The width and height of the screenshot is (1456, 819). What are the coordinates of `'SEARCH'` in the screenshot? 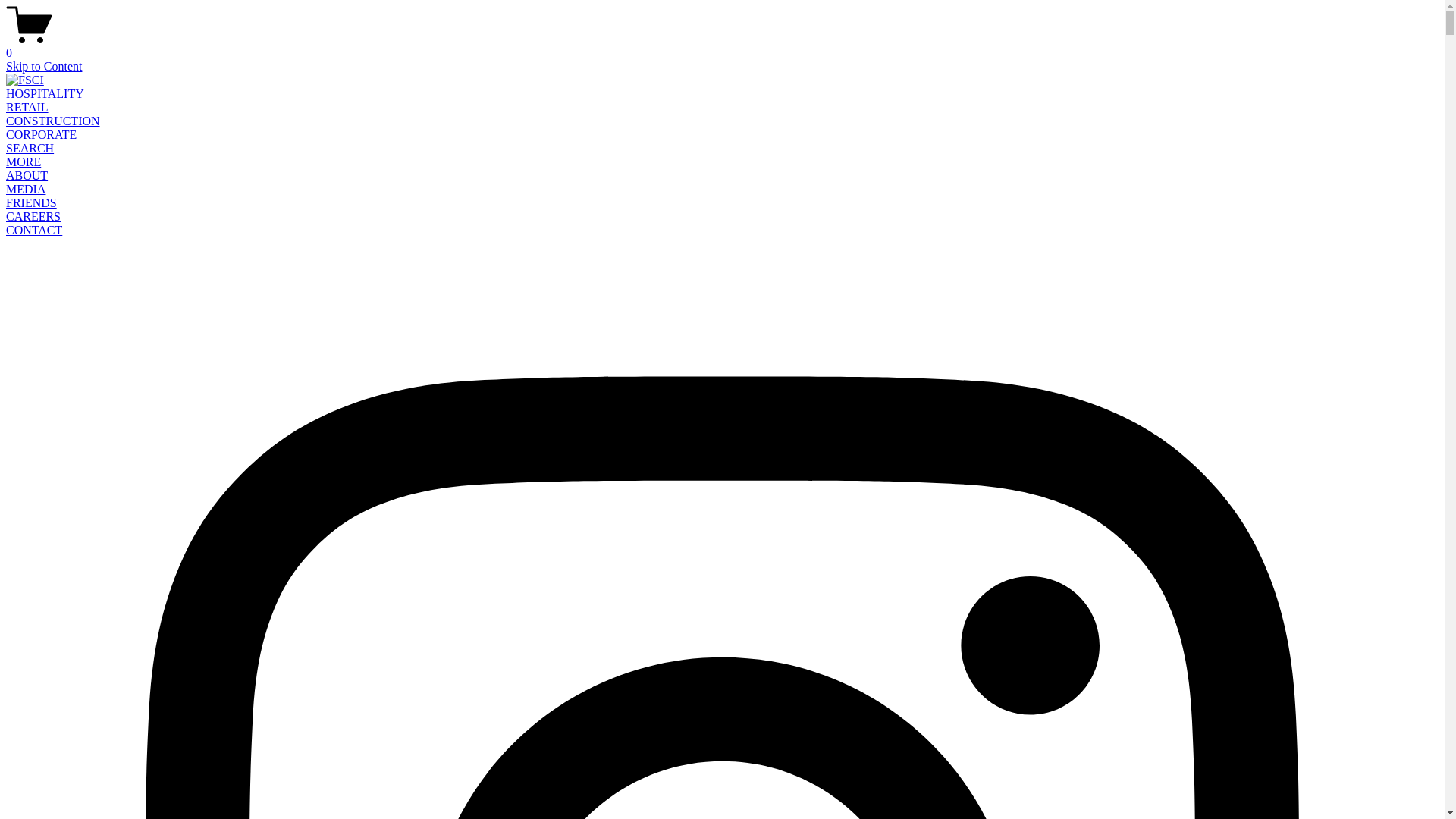 It's located at (30, 148).